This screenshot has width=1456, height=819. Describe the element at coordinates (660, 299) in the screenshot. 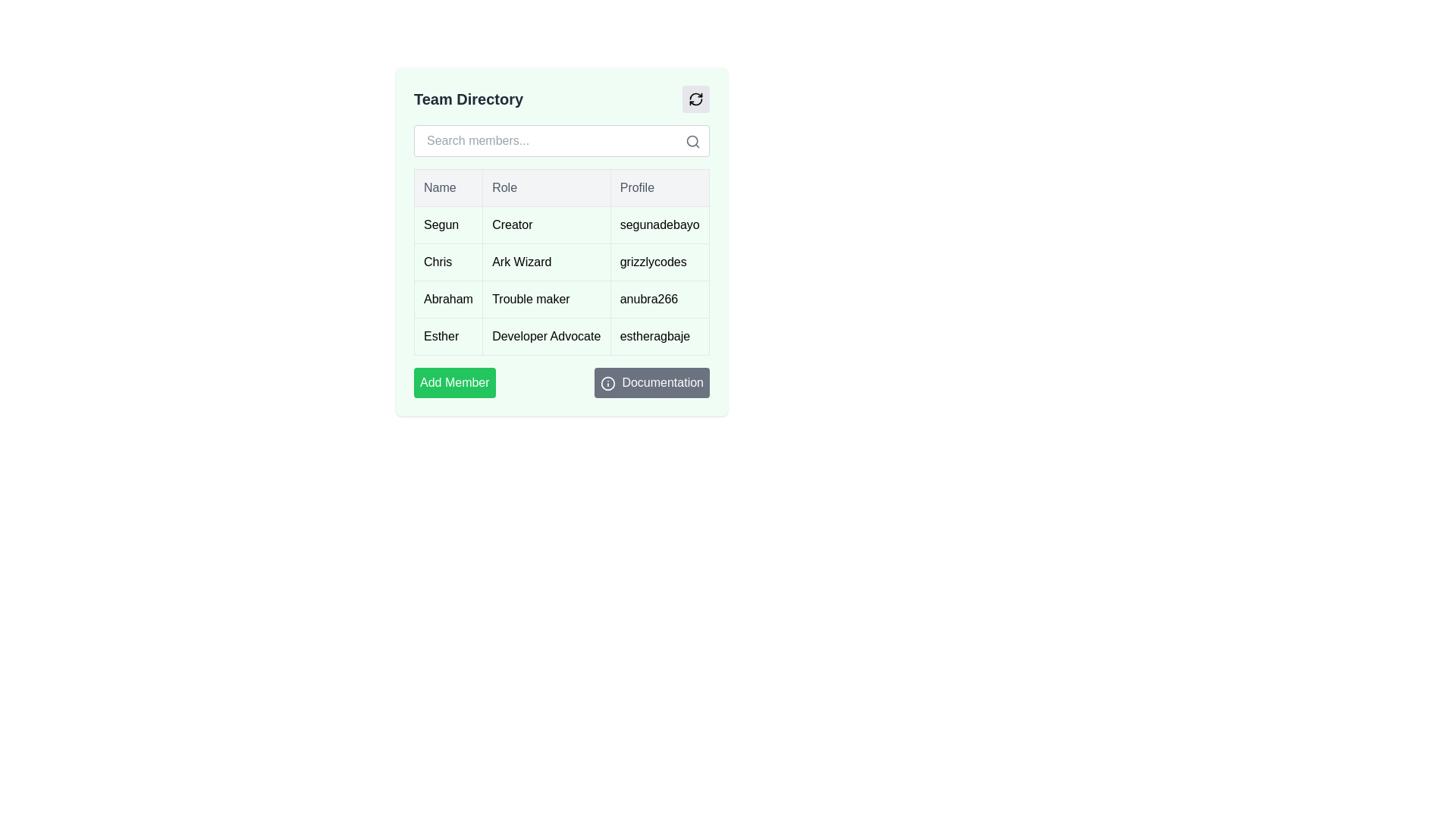

I see `the Text Display that shows the username 'Abraham', which is located in the third row of the 'Profile' column, next to the 'Trouble maker' field in the 'Role' column` at that location.